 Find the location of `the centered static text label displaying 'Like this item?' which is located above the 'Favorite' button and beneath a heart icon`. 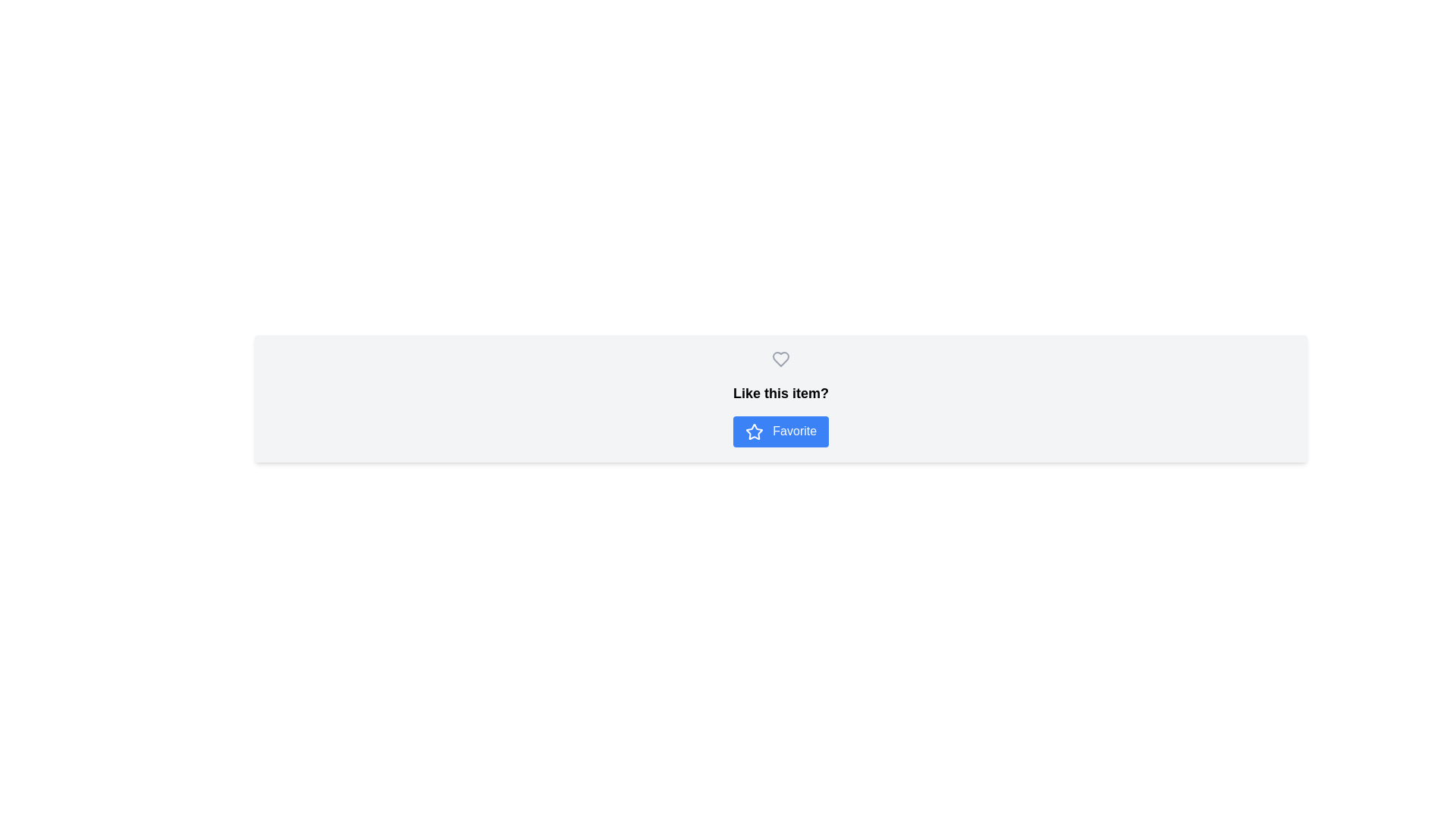

the centered static text label displaying 'Like this item?' which is located above the 'Favorite' button and beneath a heart icon is located at coordinates (781, 393).